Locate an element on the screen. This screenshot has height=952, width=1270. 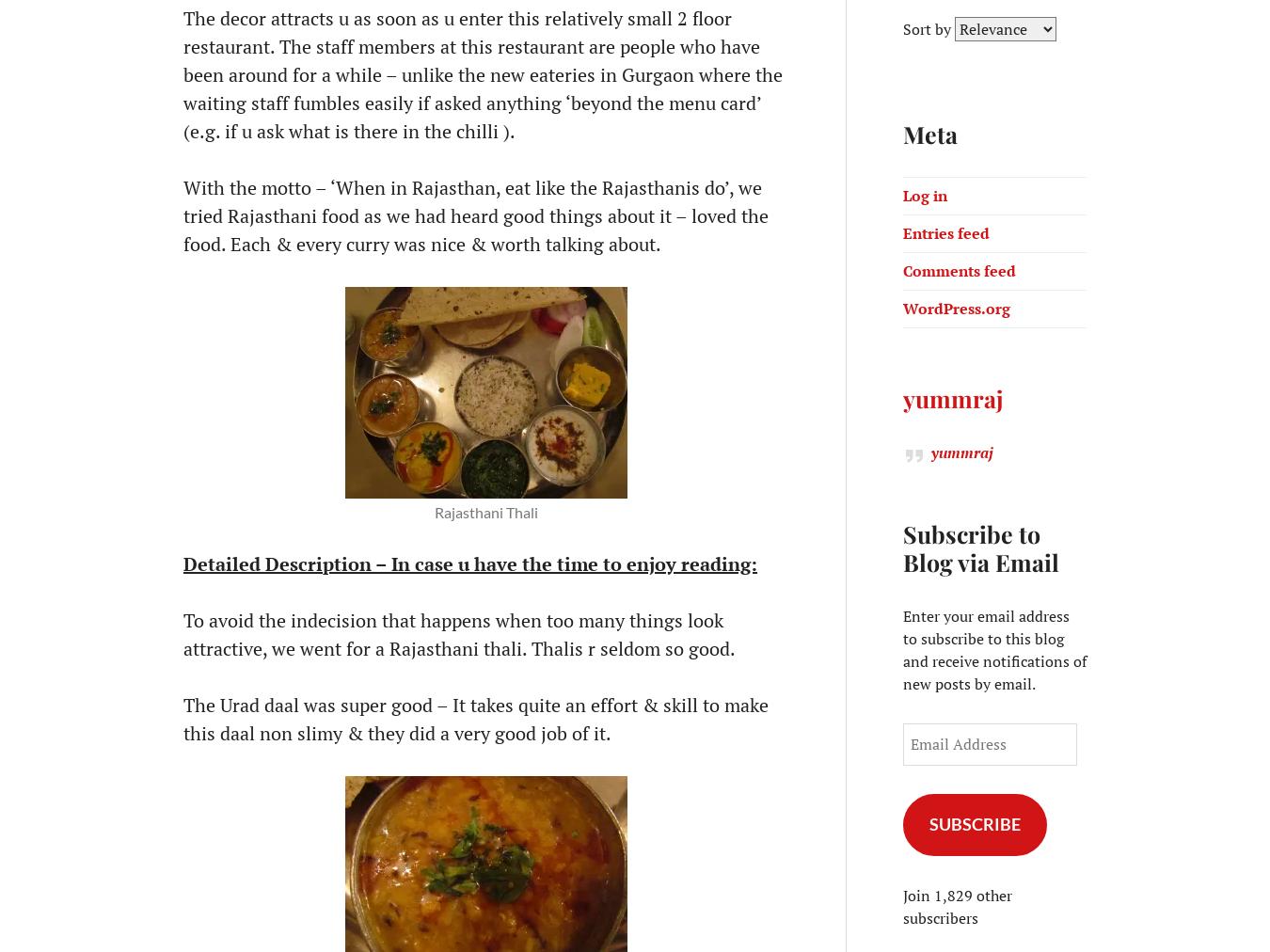
'Meta' is located at coordinates (929, 133).